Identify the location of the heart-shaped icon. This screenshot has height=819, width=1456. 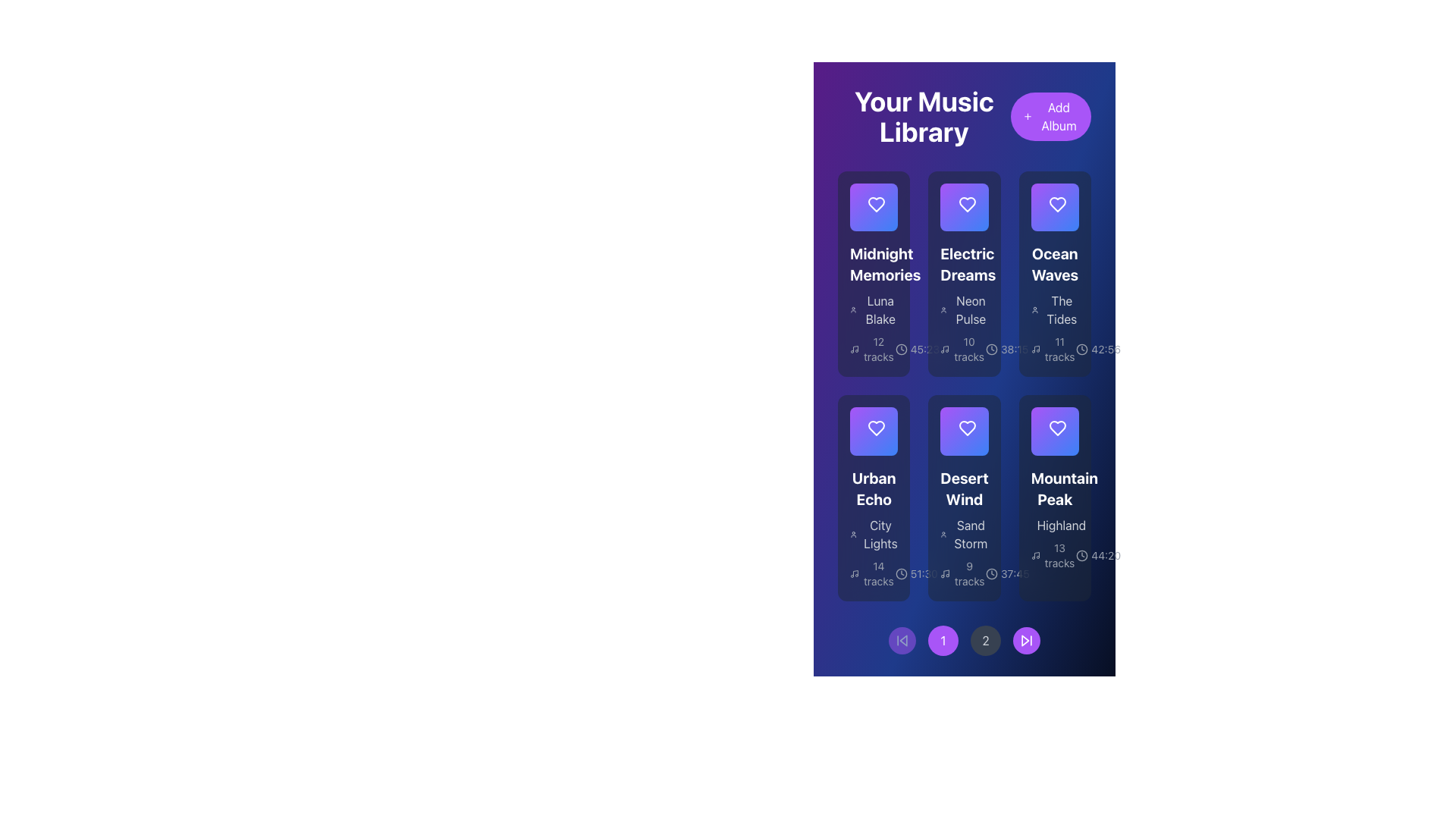
(1057, 428).